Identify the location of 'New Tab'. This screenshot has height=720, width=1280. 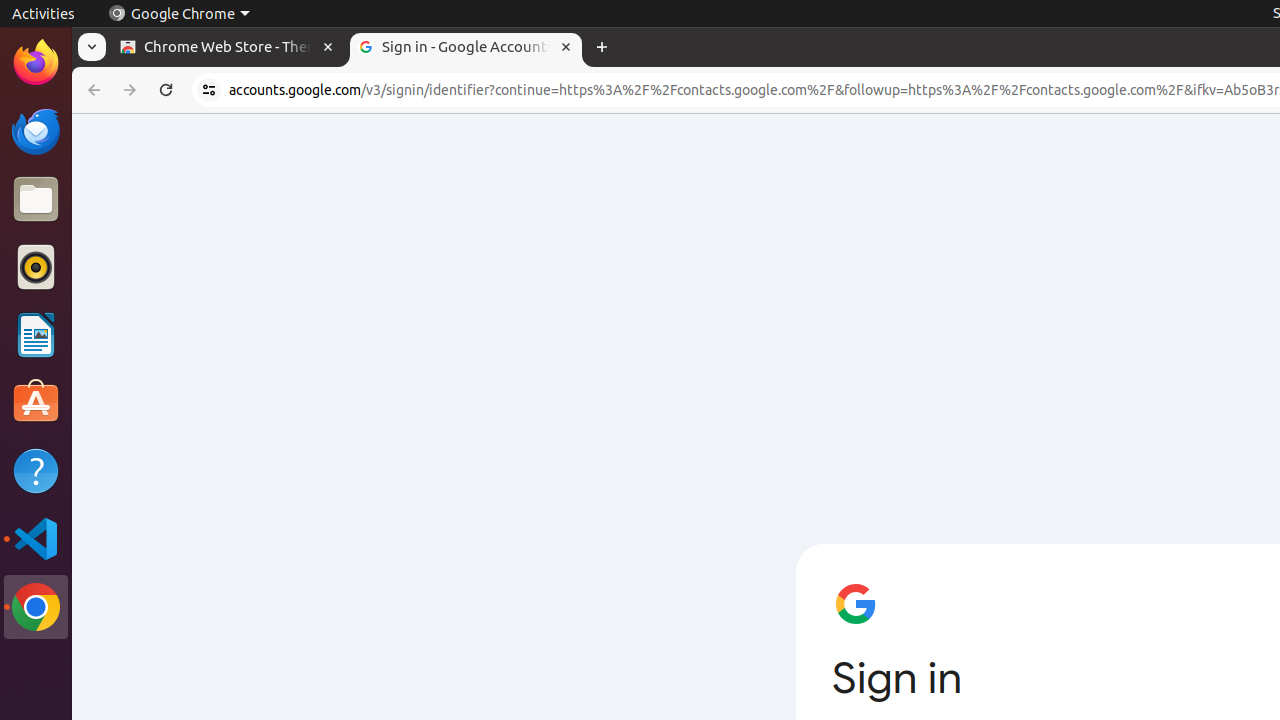
(600, 46).